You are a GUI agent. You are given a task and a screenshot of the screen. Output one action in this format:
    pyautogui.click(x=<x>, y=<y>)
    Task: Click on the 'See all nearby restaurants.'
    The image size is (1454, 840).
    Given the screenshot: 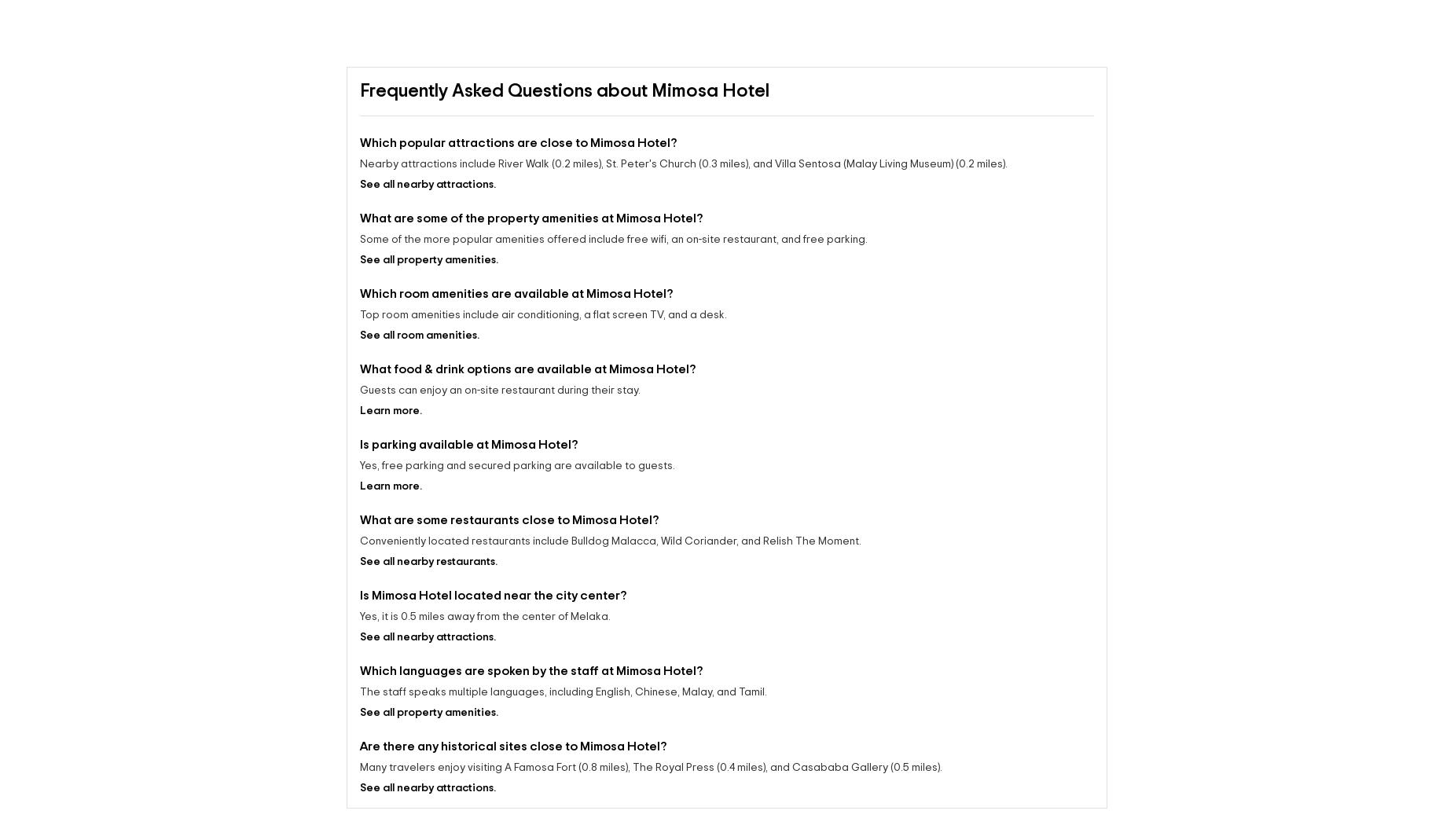 What is the action you would take?
    pyautogui.click(x=428, y=559)
    